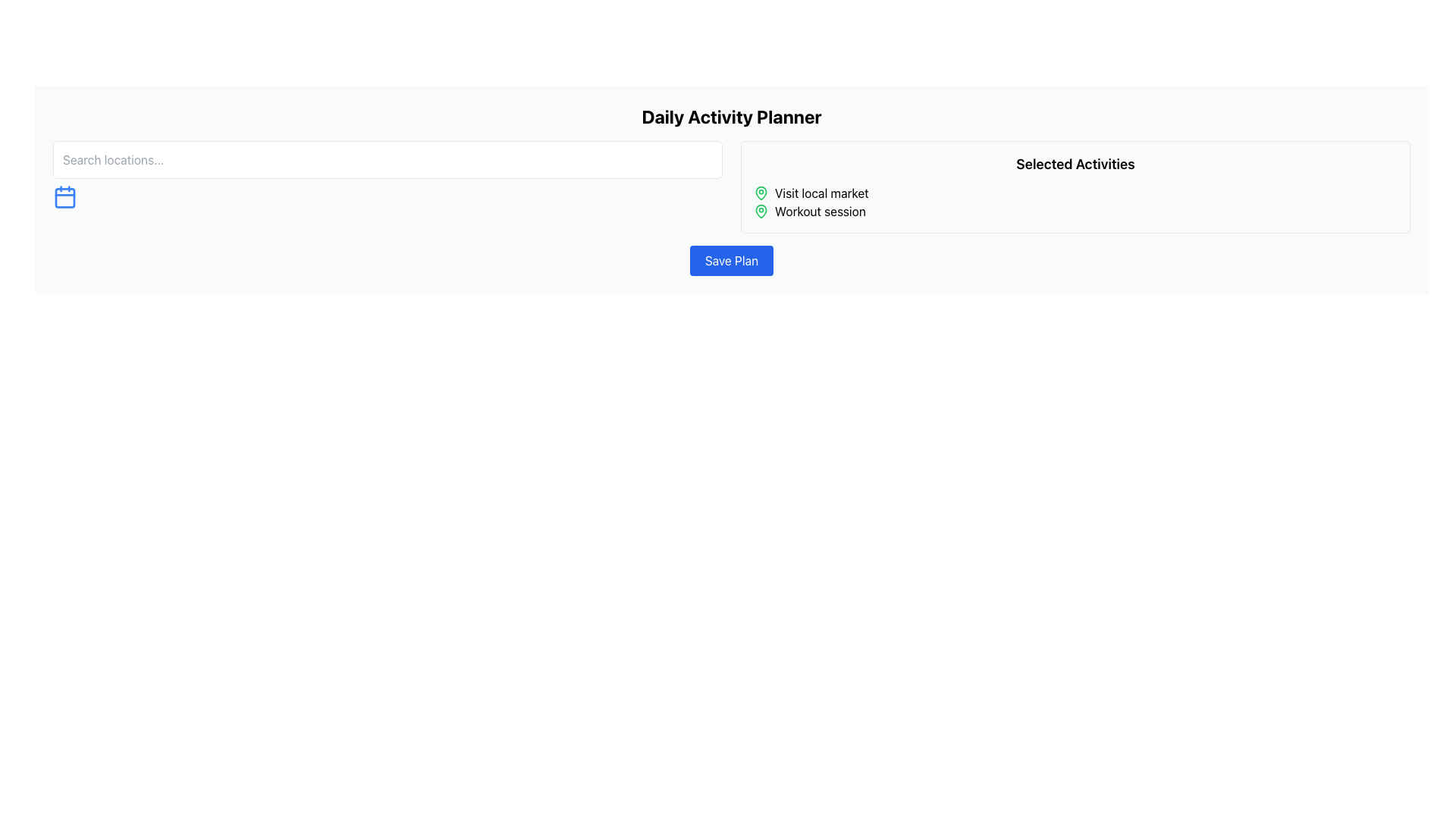  What do you see at coordinates (819, 211) in the screenshot?
I see `text label 'Workout session' which is the second item in the vertical list inside the 'Selected Activities' box` at bounding box center [819, 211].